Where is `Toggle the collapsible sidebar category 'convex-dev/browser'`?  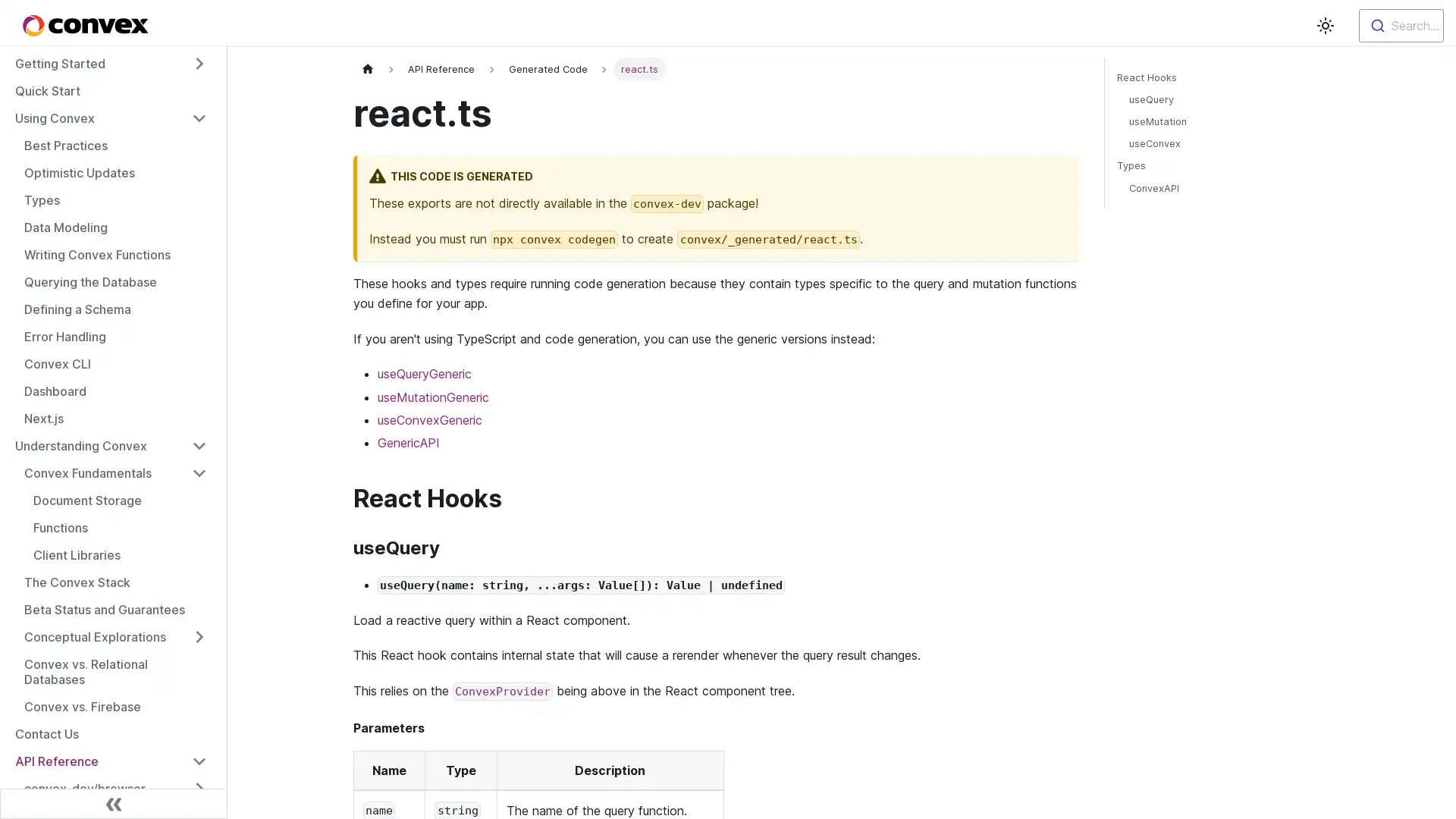
Toggle the collapsible sidebar category 'convex-dev/browser' is located at coordinates (199, 788).